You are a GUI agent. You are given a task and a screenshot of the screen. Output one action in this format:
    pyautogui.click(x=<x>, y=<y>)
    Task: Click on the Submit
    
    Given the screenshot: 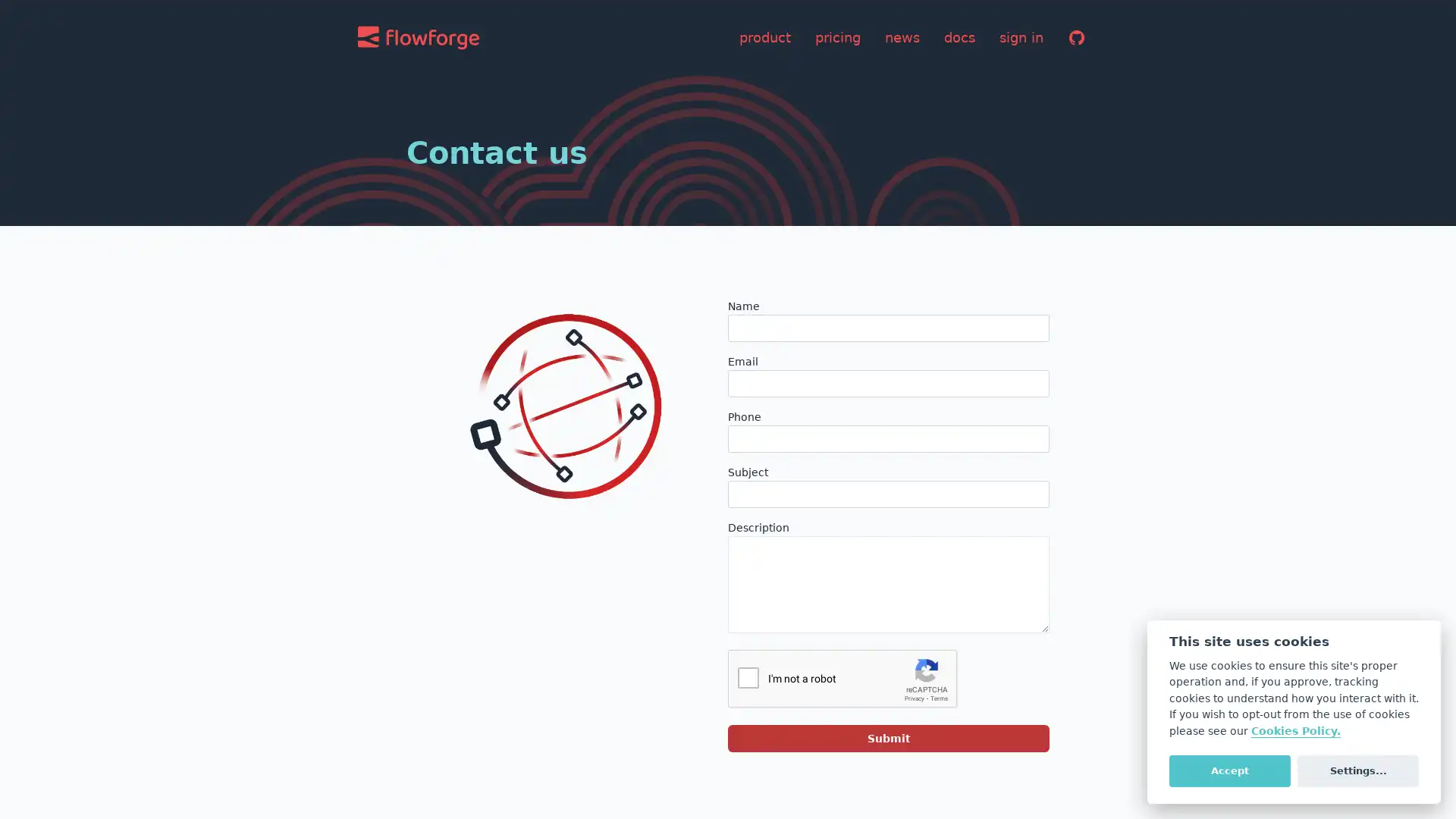 What is the action you would take?
    pyautogui.click(x=888, y=738)
    